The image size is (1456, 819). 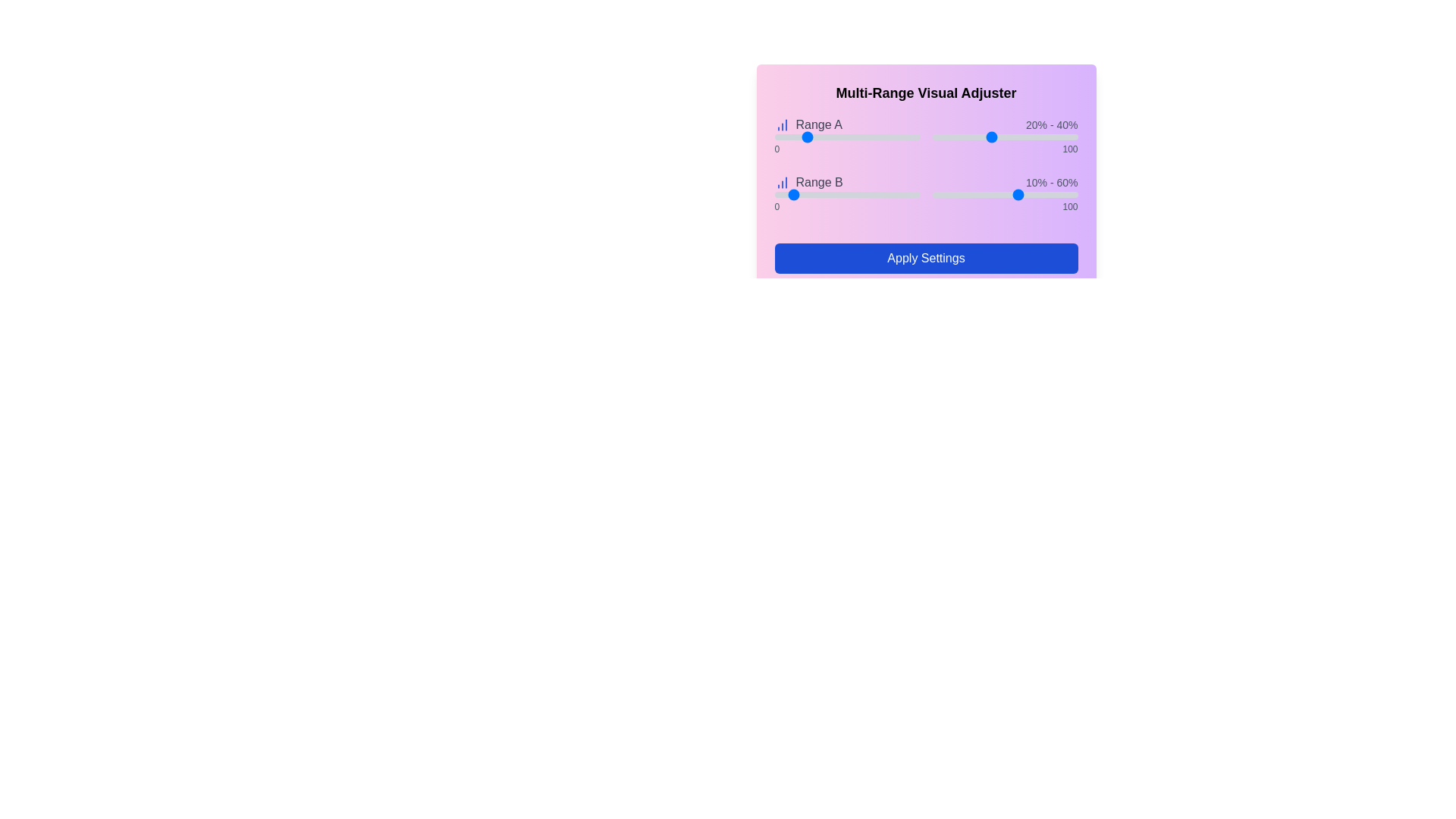 What do you see at coordinates (874, 194) in the screenshot?
I see `the Range B slider position` at bounding box center [874, 194].